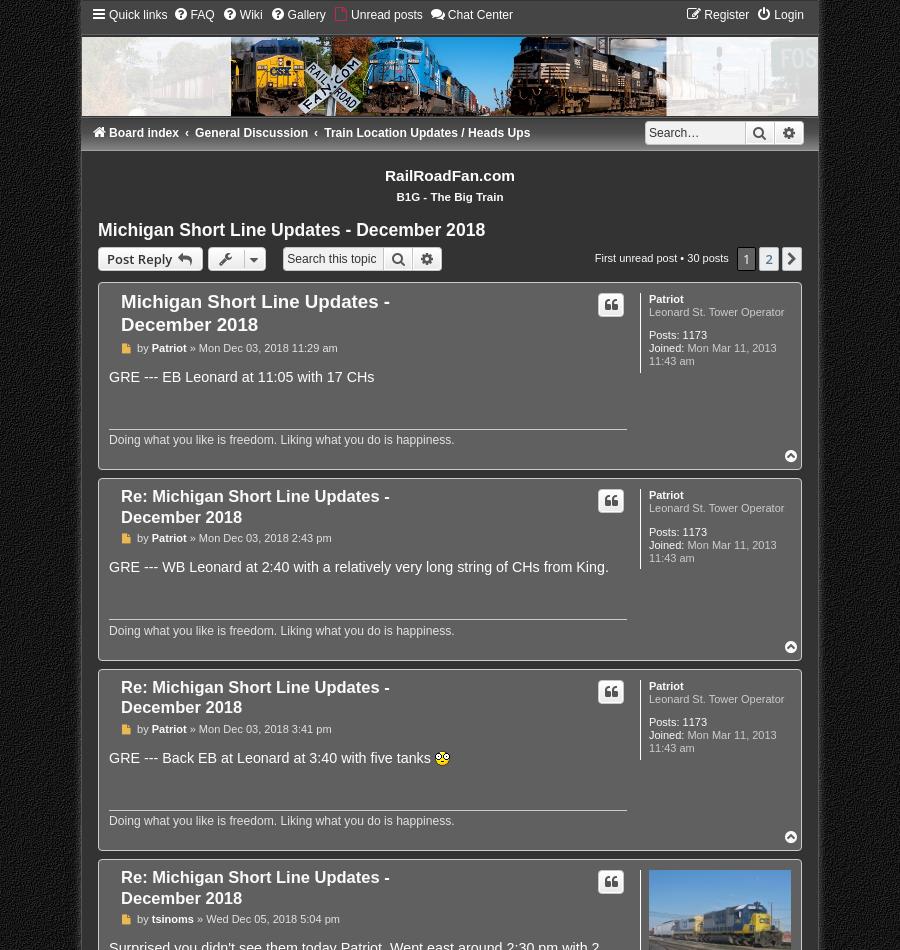  Describe the element at coordinates (107, 755) in the screenshot. I see `'GRE --- Back EB at Leonard at 3:40 with five tanks'` at that location.